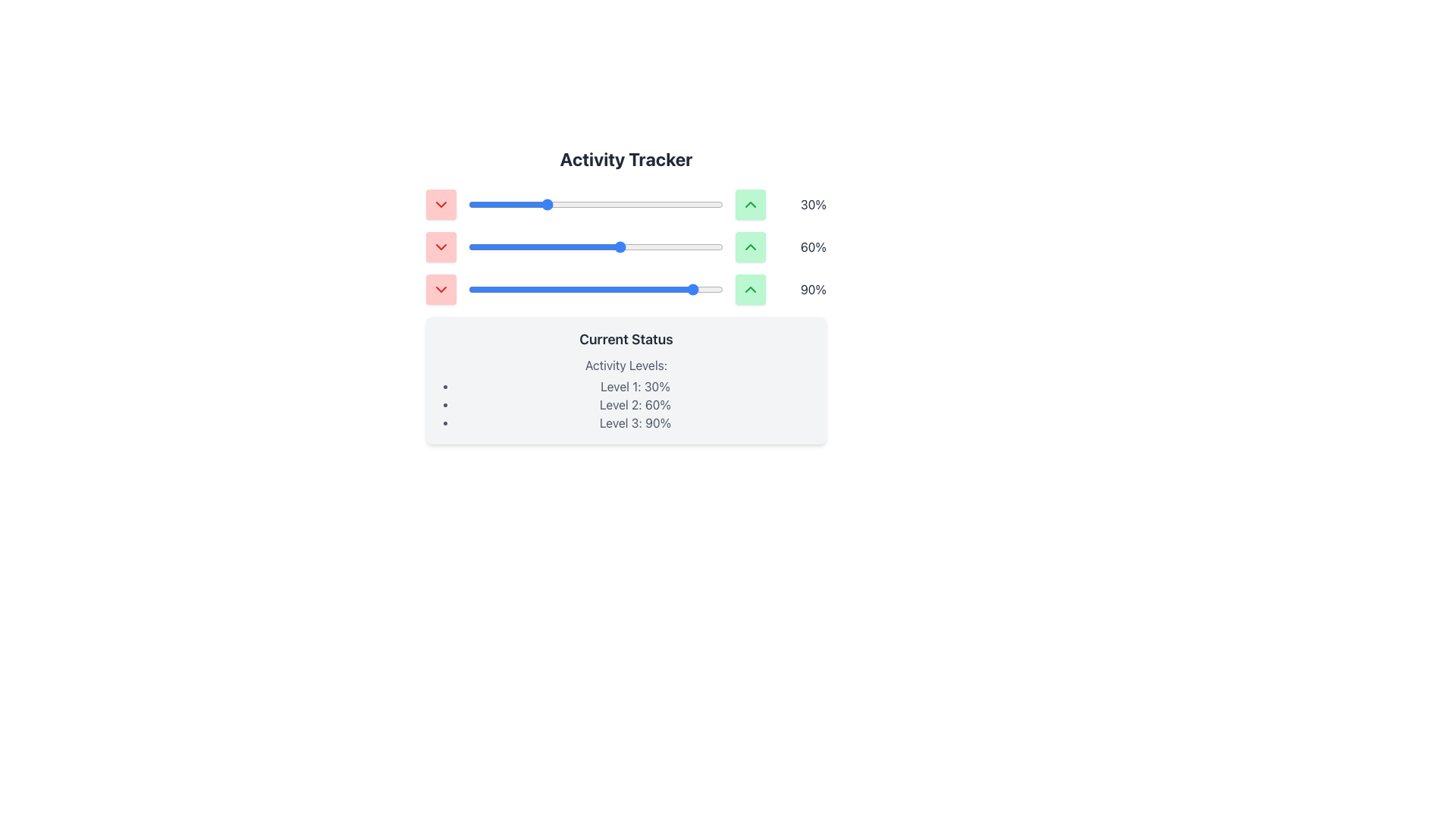  I want to click on the slider value, so click(664, 289).